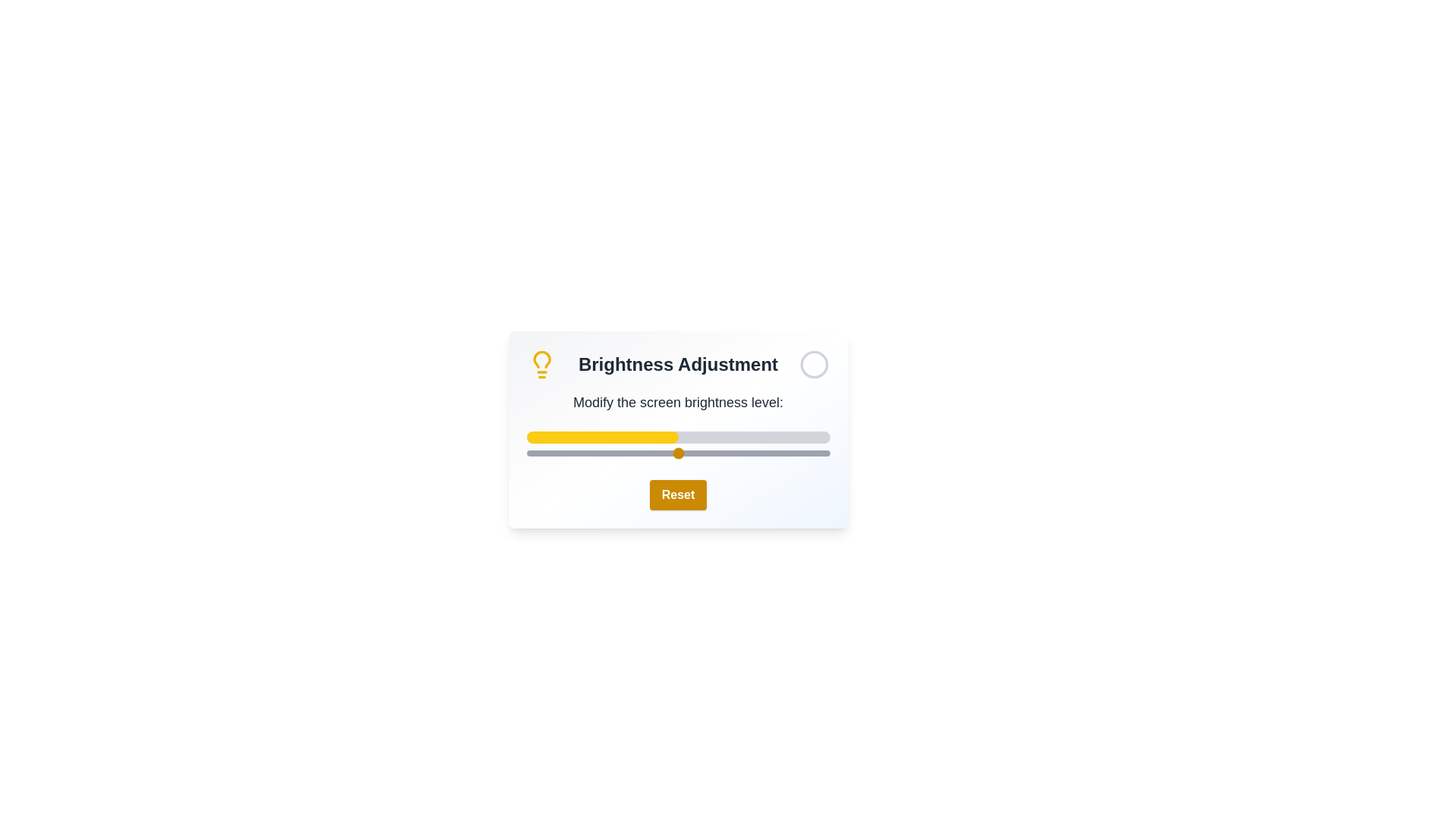  What do you see at coordinates (541, 365) in the screenshot?
I see `the lightbulb icon to observe its effect` at bounding box center [541, 365].